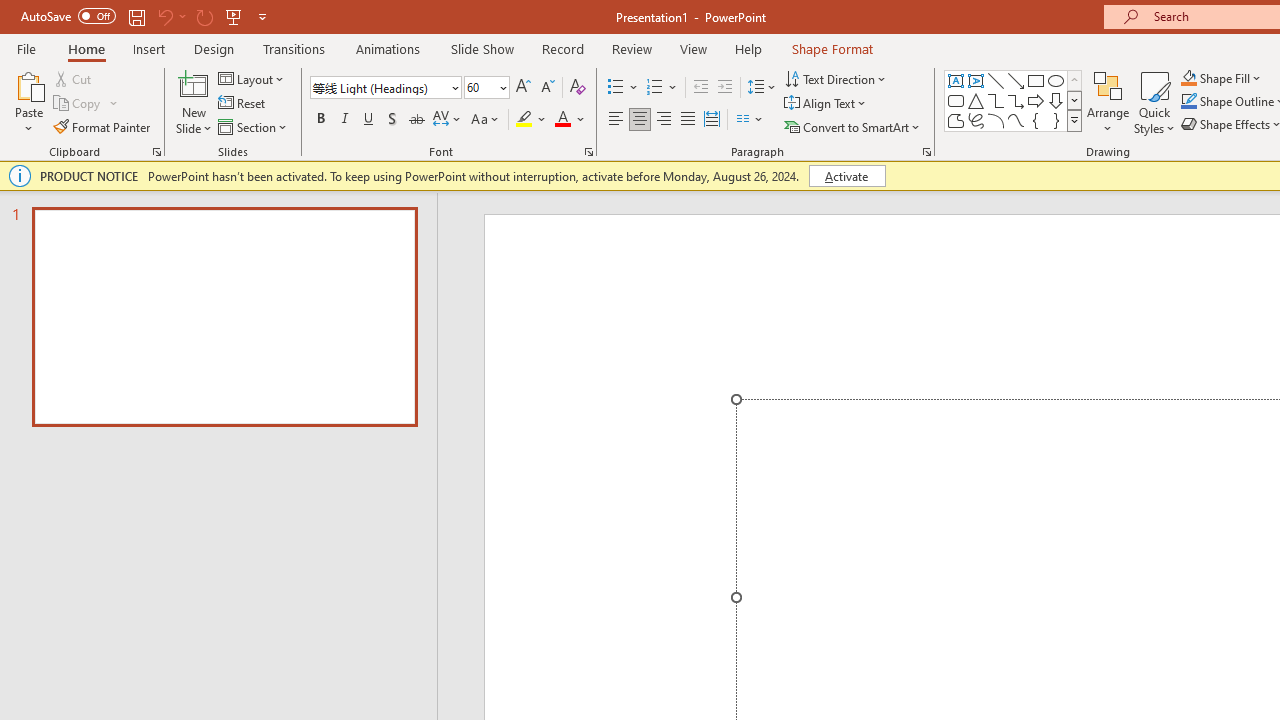 The height and width of the screenshot is (720, 1280). Describe the element at coordinates (663, 119) in the screenshot. I see `'Align Right'` at that location.